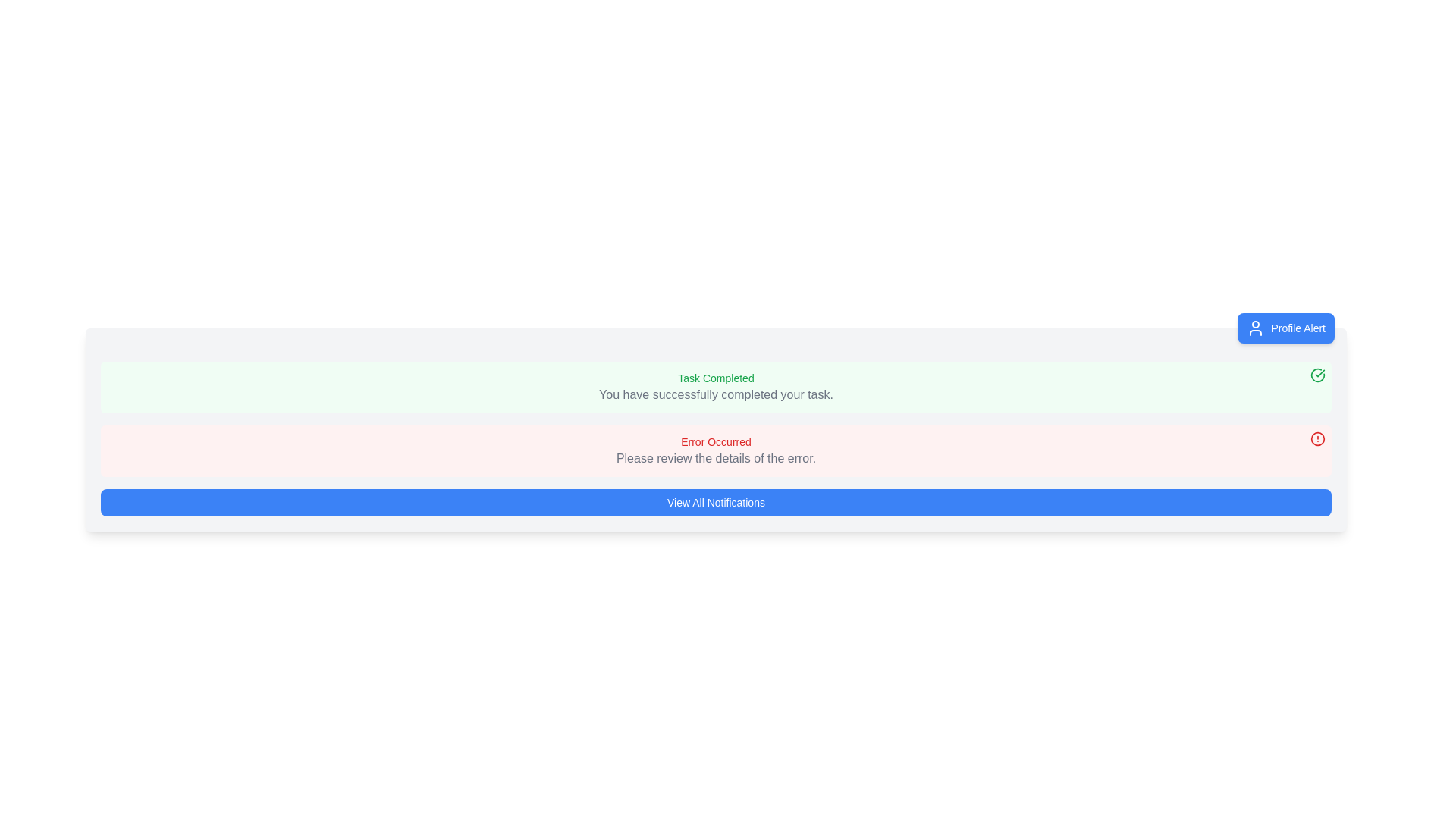  Describe the element at coordinates (1256, 327) in the screenshot. I see `the SVG icon within the 'Profile Alert' button located in the top-right corner` at that location.